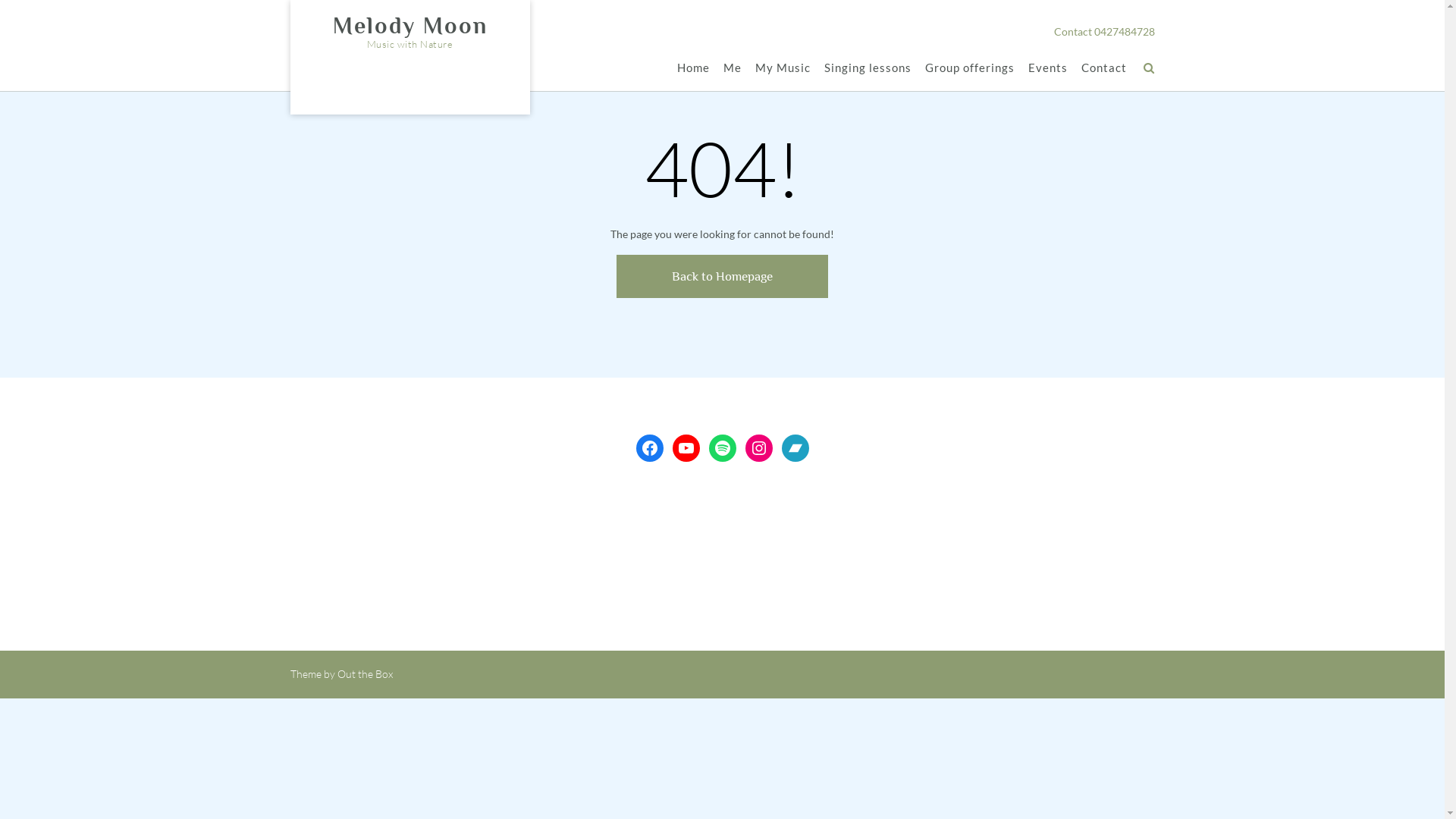 This screenshot has height=819, width=1456. What do you see at coordinates (732, 67) in the screenshot?
I see `'Me'` at bounding box center [732, 67].